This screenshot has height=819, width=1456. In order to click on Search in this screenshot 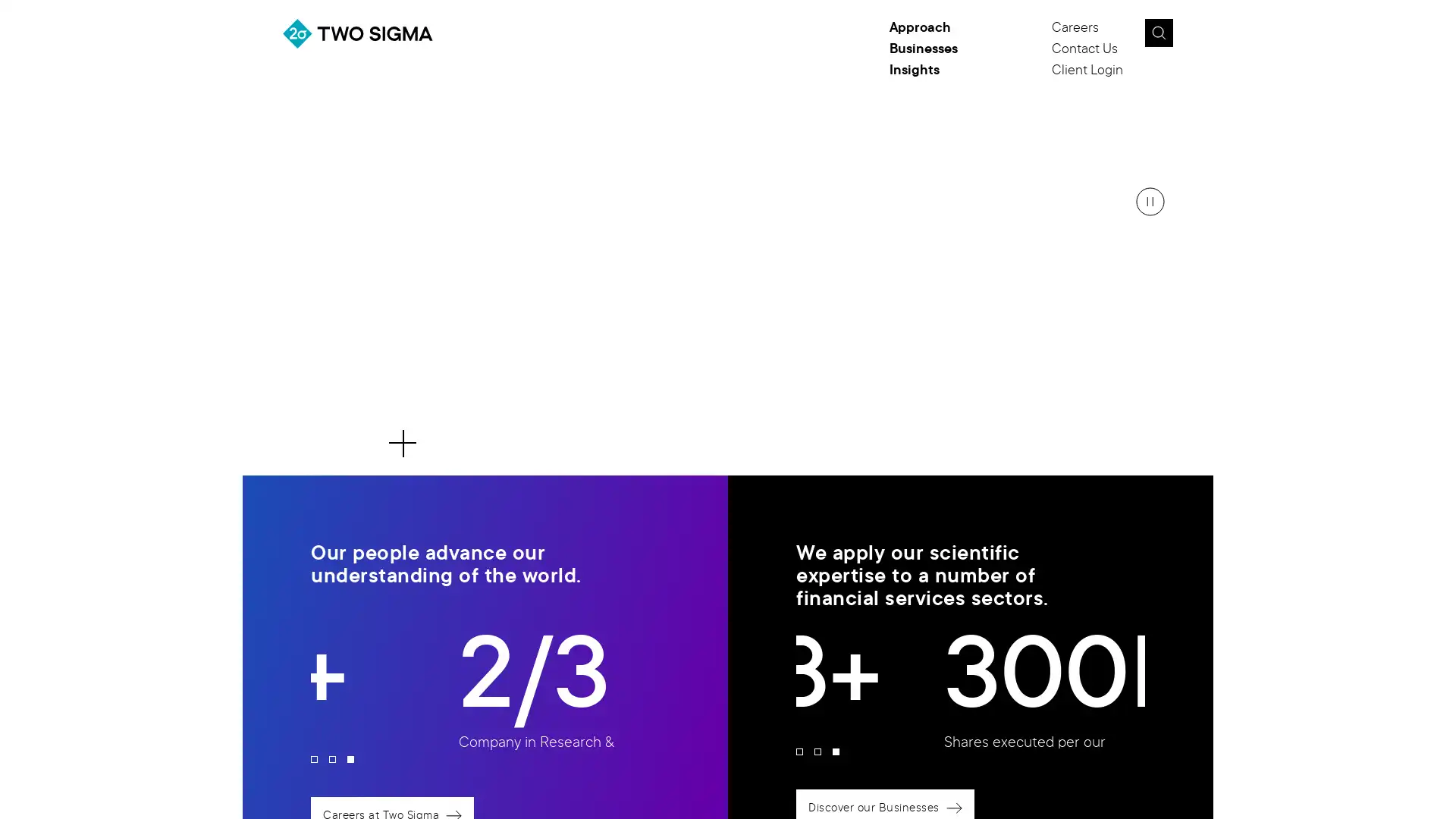, I will do `click(1157, 33)`.